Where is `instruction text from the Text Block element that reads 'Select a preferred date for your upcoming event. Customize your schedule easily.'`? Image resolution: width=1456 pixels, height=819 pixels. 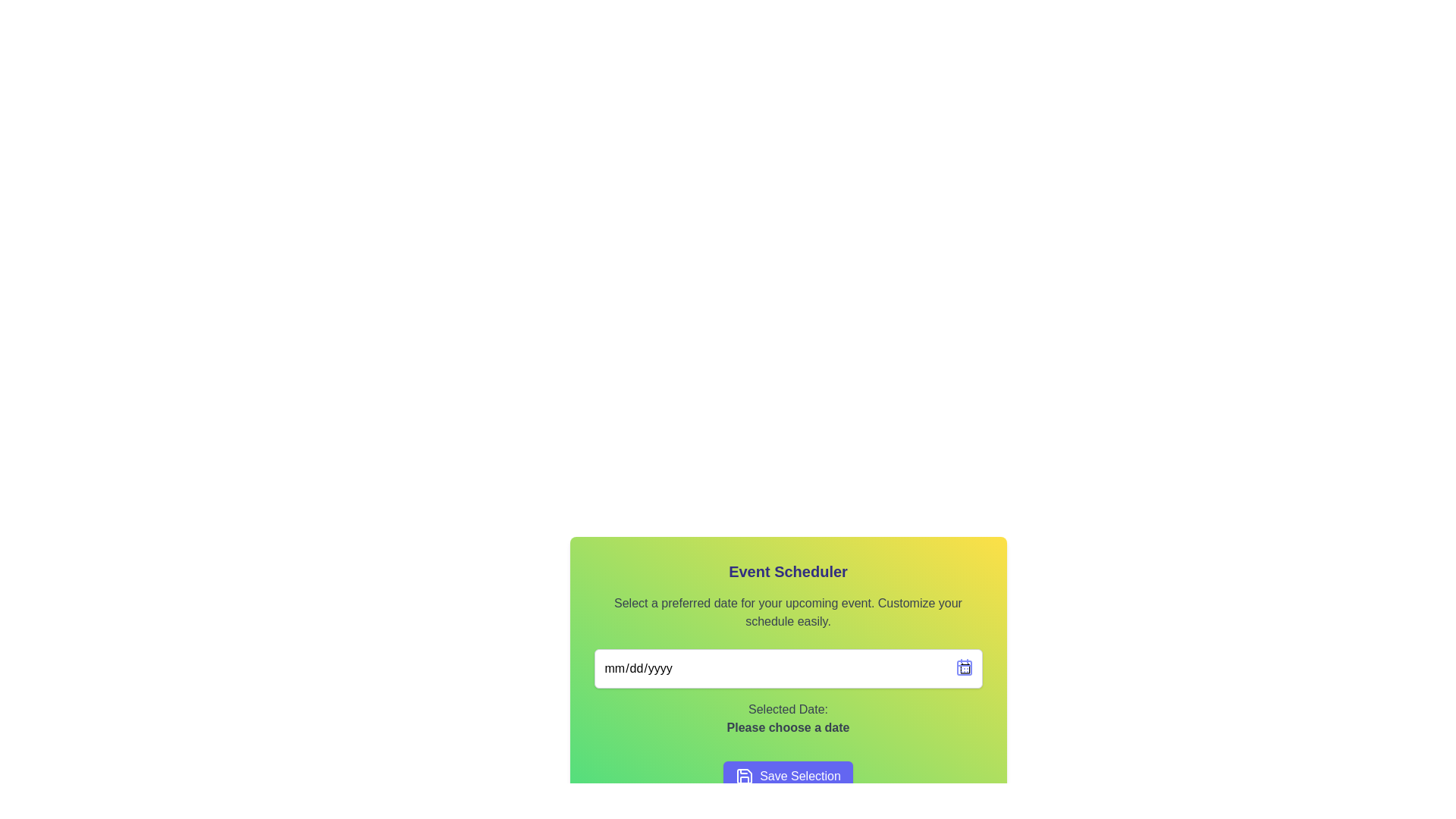 instruction text from the Text Block element that reads 'Select a preferred date for your upcoming event. Customize your schedule easily.' is located at coordinates (788, 611).